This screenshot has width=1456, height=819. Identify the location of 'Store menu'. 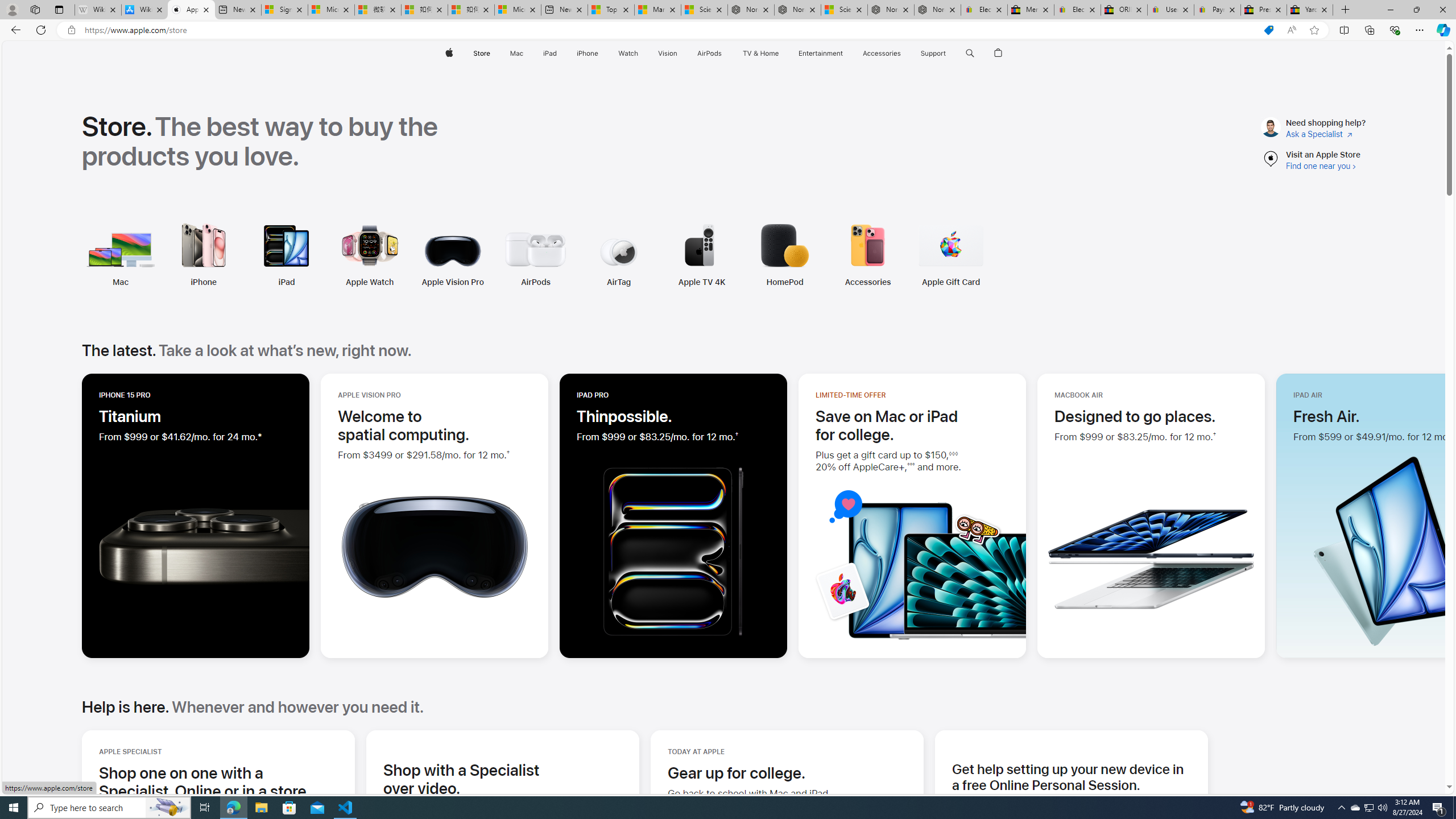
(492, 53).